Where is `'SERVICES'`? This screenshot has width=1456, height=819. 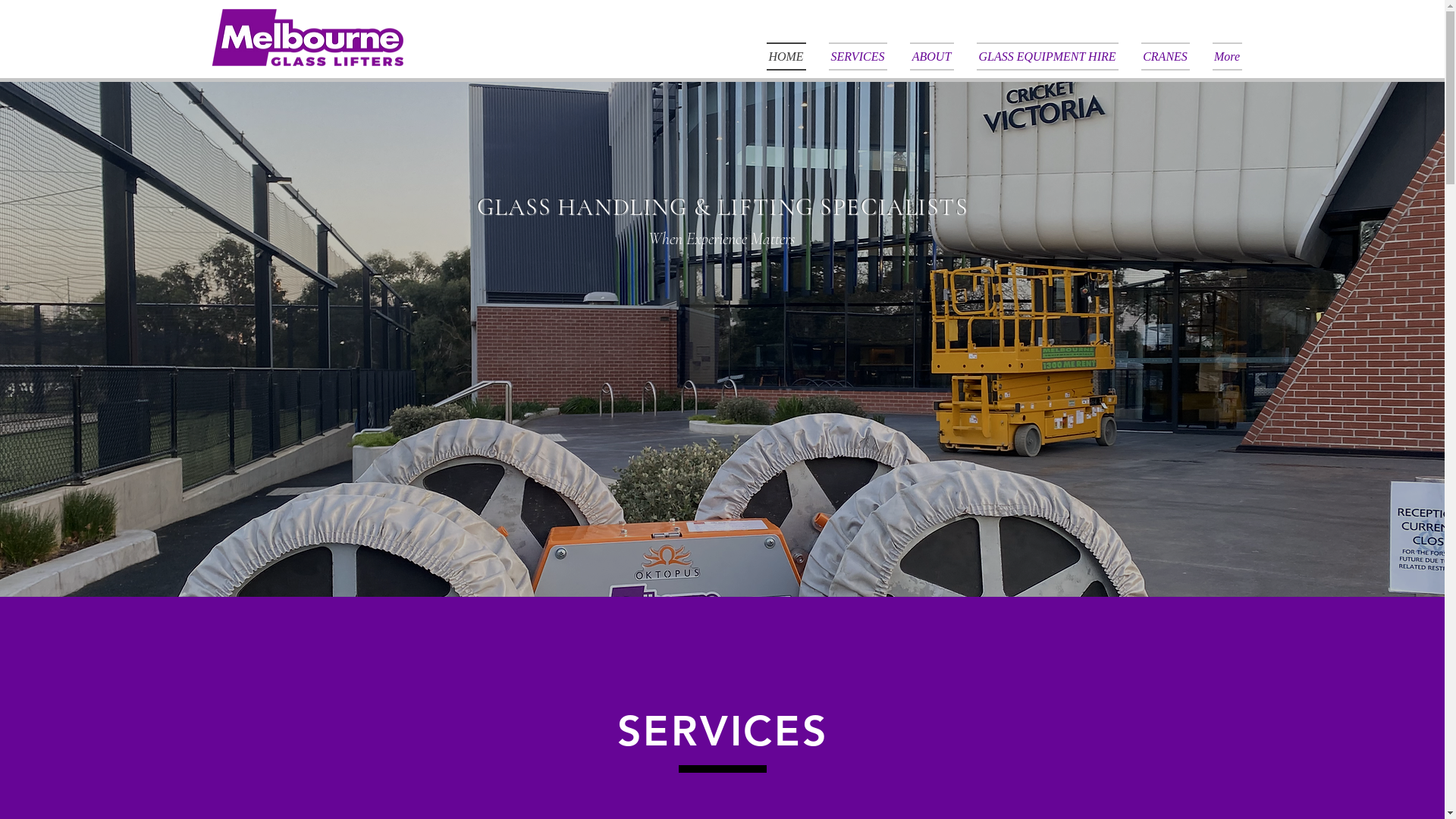 'SERVICES' is located at coordinates (817, 55).